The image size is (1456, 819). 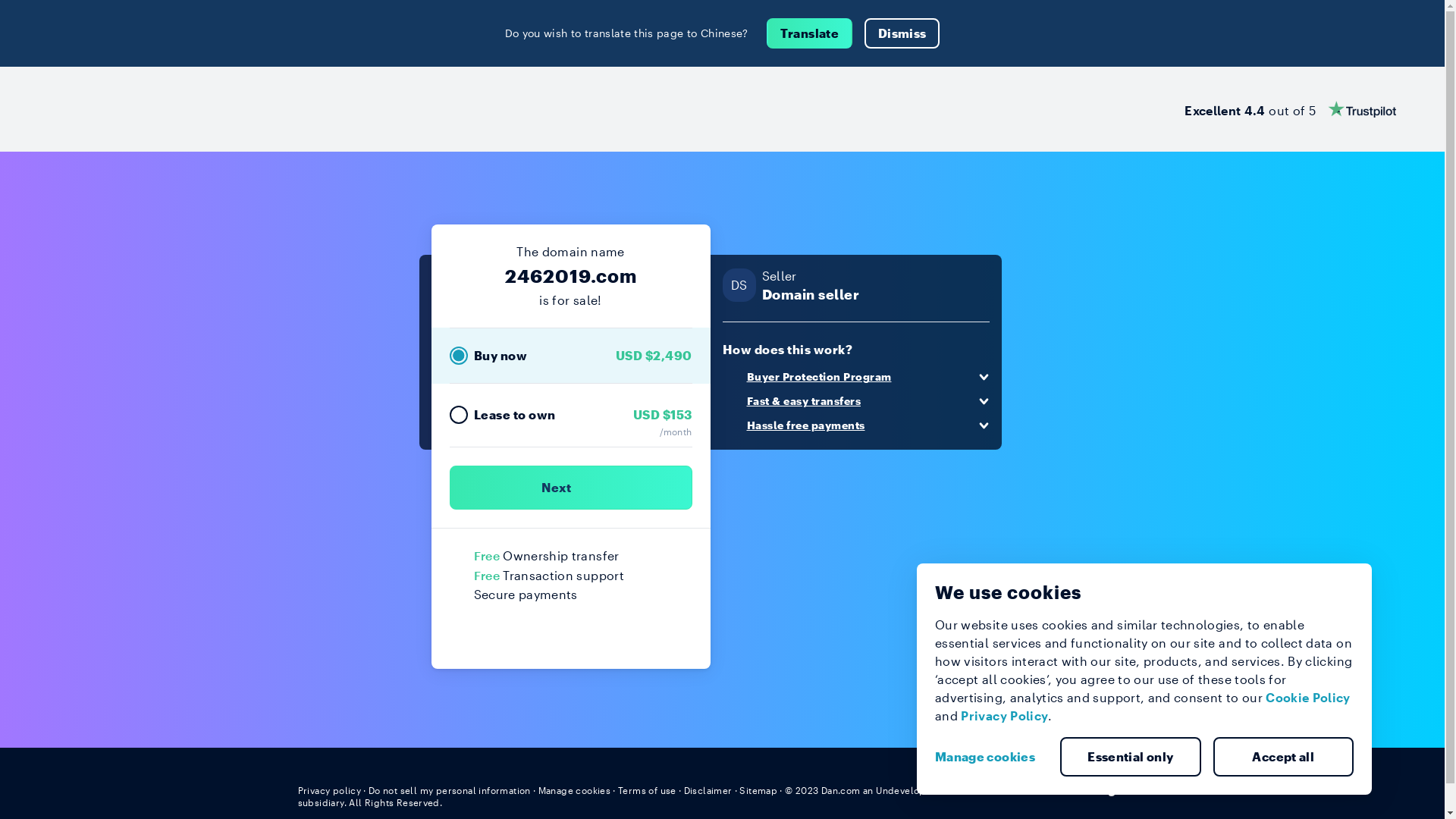 What do you see at coordinates (902, 33) in the screenshot?
I see `'Dismiss'` at bounding box center [902, 33].